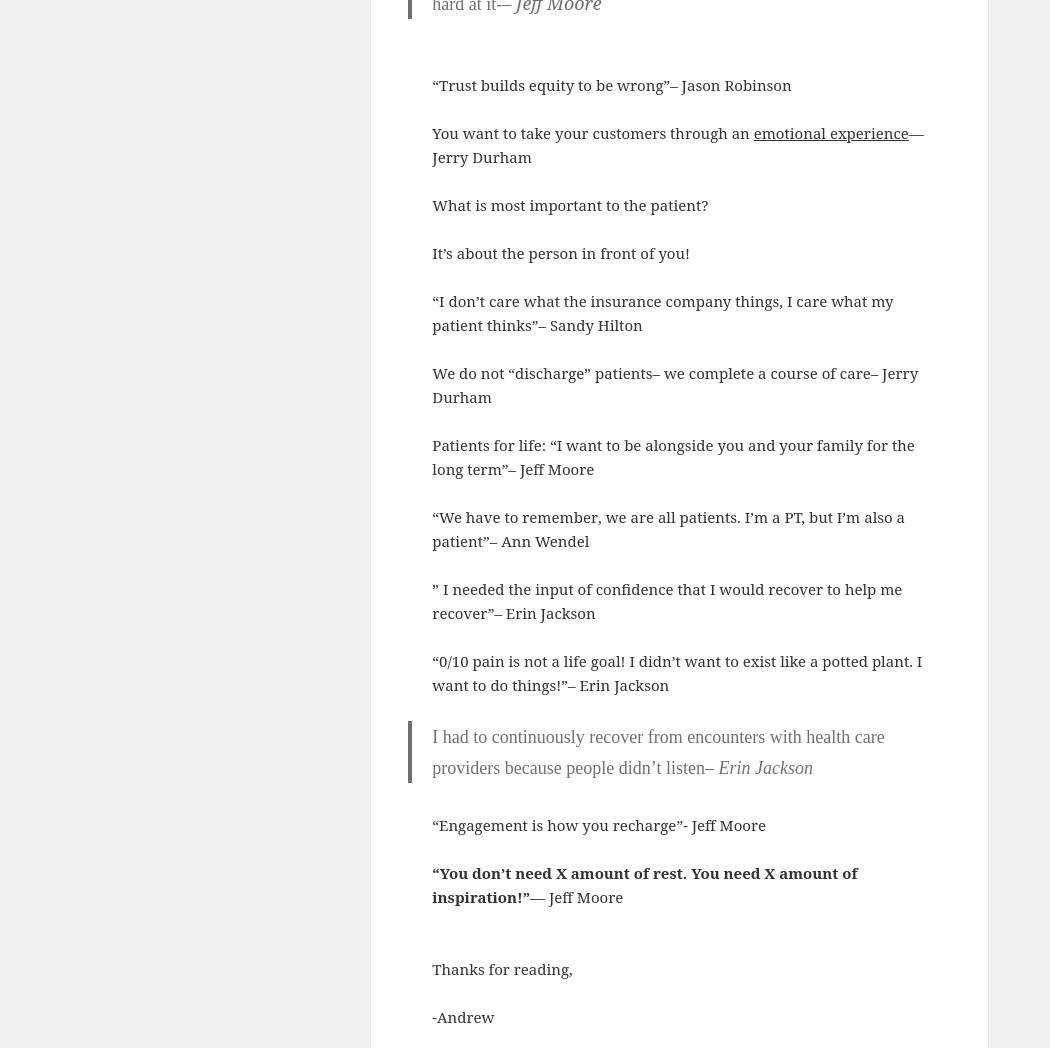 This screenshot has width=1050, height=1048. Describe the element at coordinates (667, 526) in the screenshot. I see `'“We have to remember, we are all patients. I’m a PT, but I’m also a patient”– Ann Wendel'` at that location.